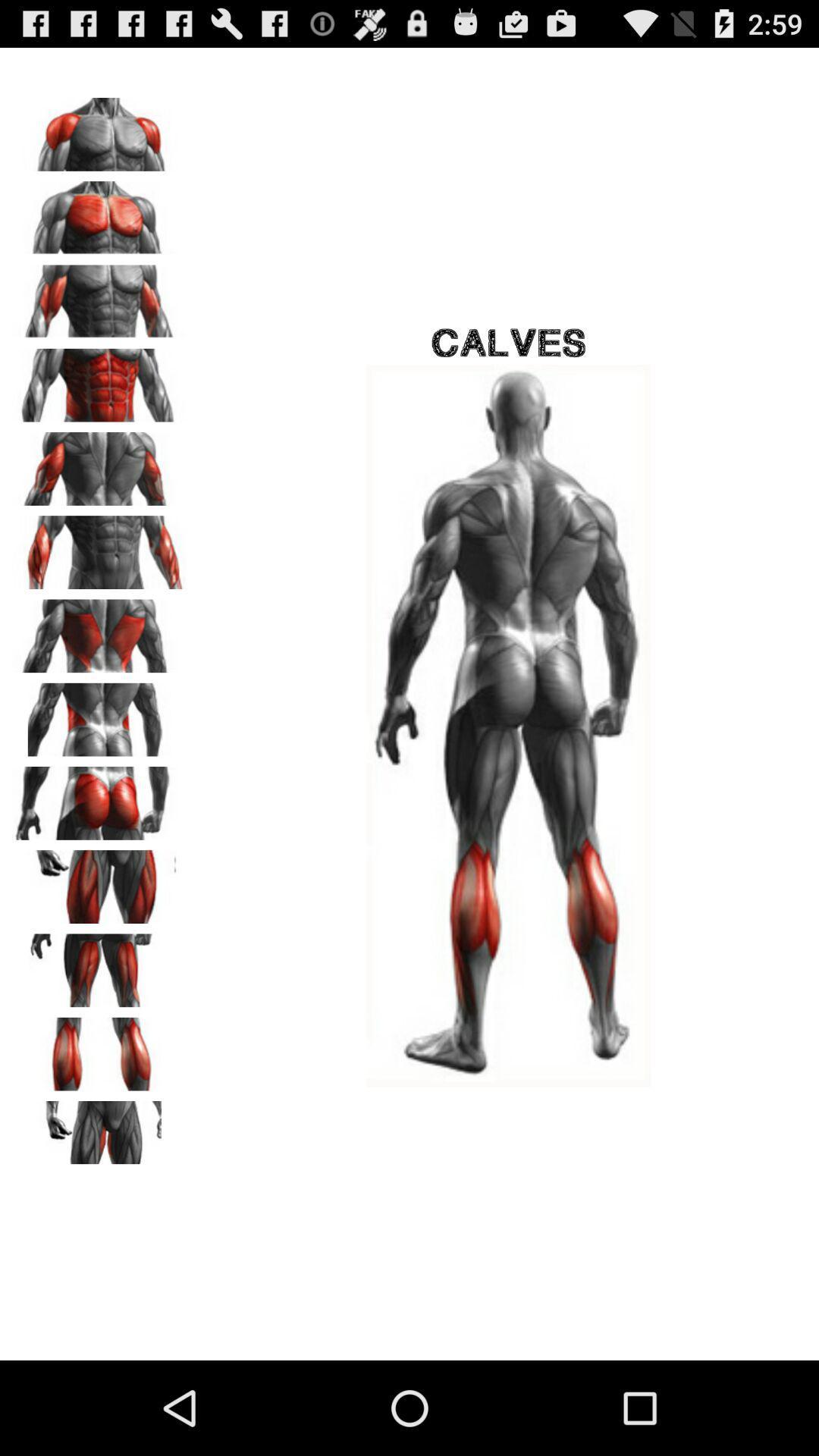  I want to click on work triceps, so click(99, 463).